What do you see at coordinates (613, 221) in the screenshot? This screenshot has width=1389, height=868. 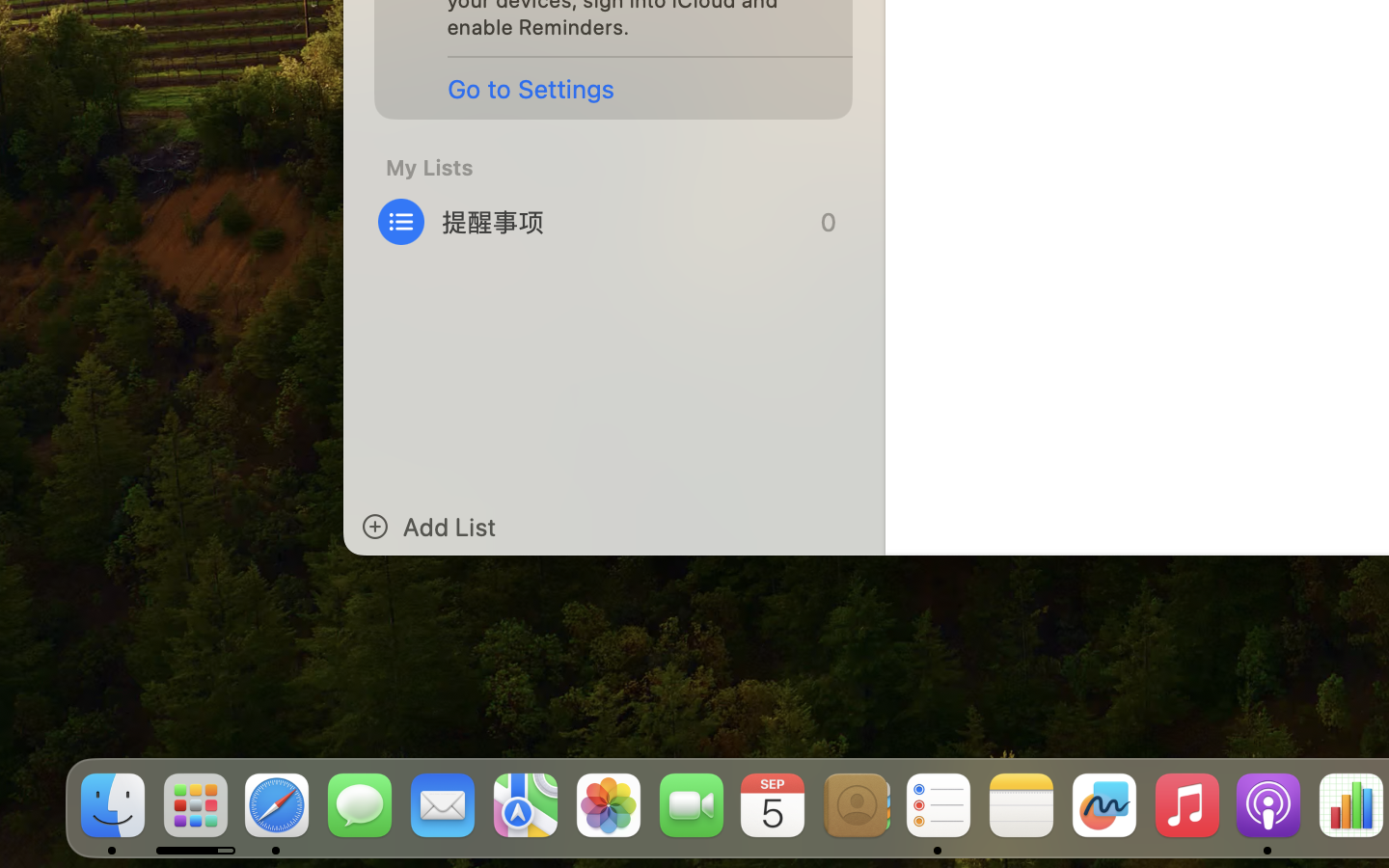 I see `'提醒事项'` at bounding box center [613, 221].